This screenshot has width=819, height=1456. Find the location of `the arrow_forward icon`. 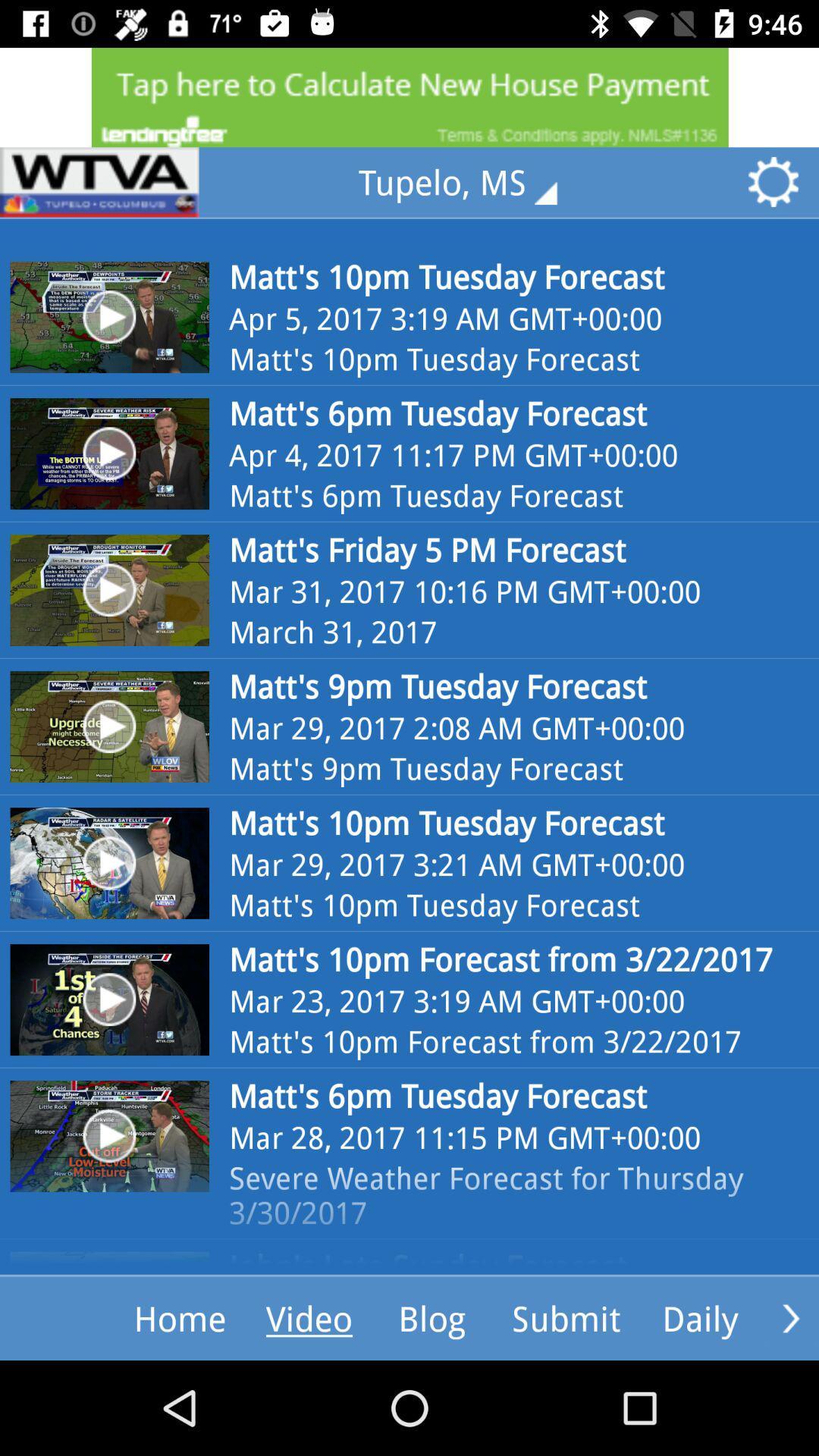

the arrow_forward icon is located at coordinates (790, 1317).